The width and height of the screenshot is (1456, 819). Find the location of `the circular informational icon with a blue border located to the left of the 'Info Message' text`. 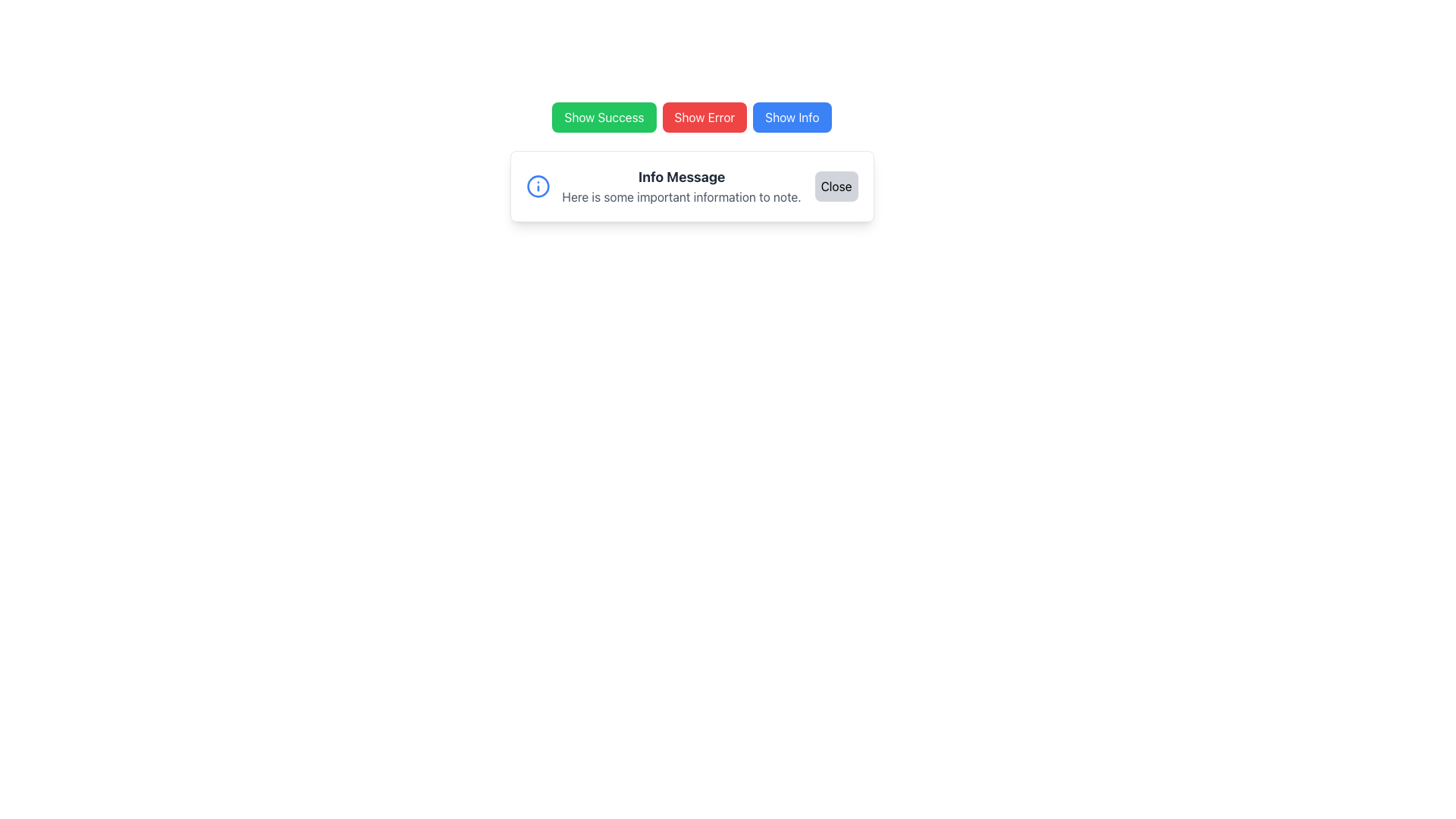

the circular informational icon with a blue border located to the left of the 'Info Message' text is located at coordinates (538, 186).